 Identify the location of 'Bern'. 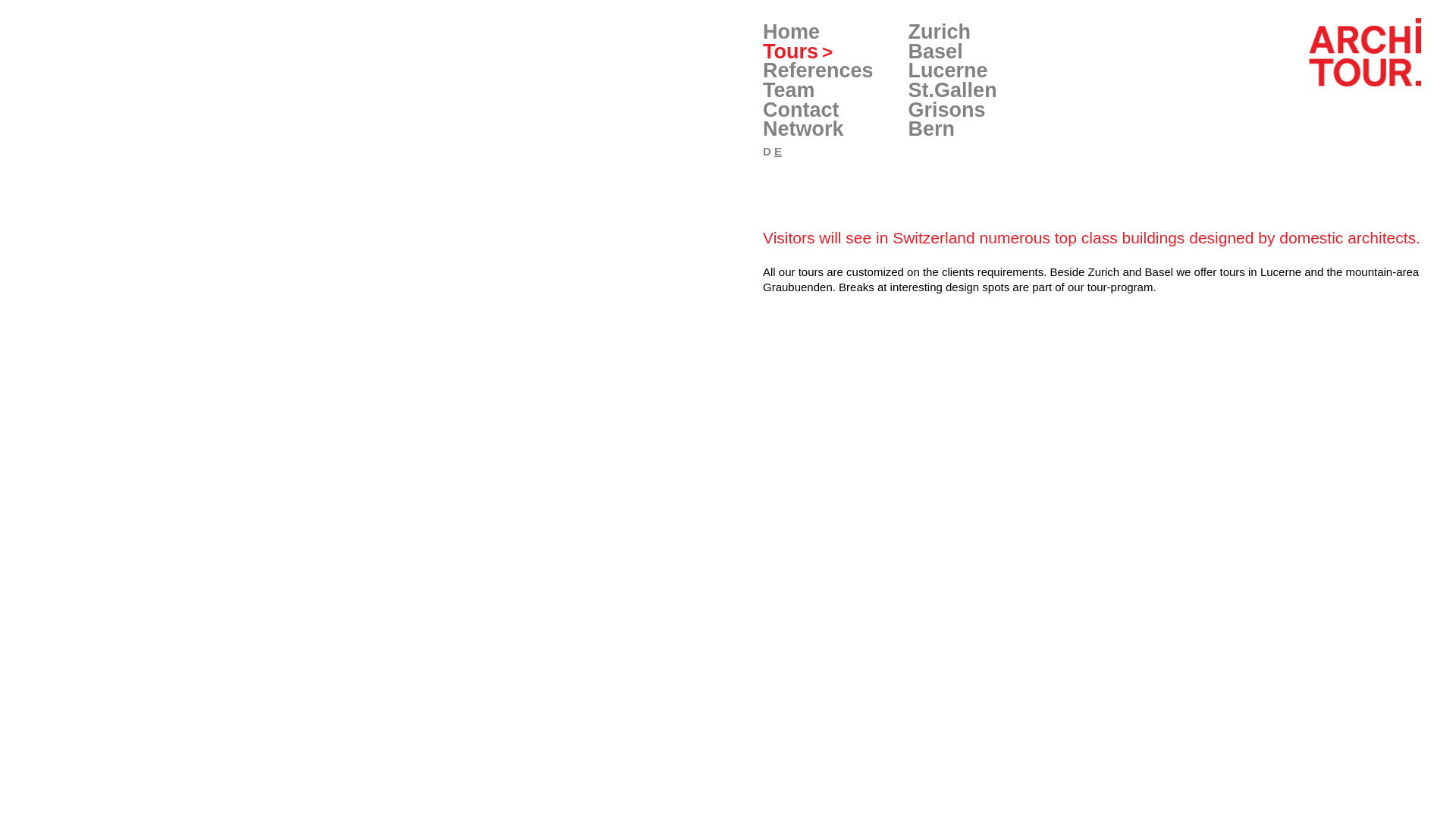
(908, 127).